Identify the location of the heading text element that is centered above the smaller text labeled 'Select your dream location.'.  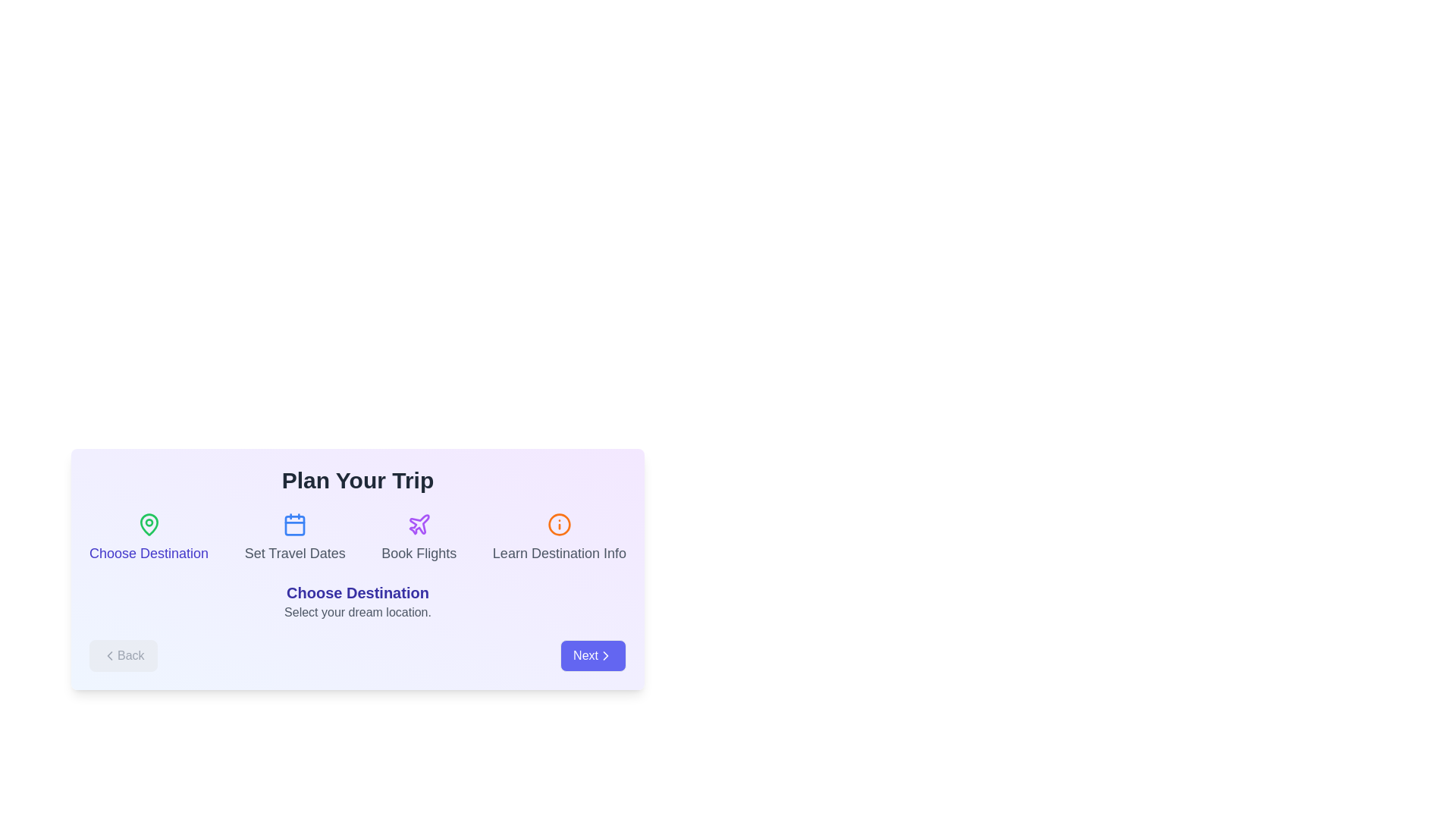
(356, 592).